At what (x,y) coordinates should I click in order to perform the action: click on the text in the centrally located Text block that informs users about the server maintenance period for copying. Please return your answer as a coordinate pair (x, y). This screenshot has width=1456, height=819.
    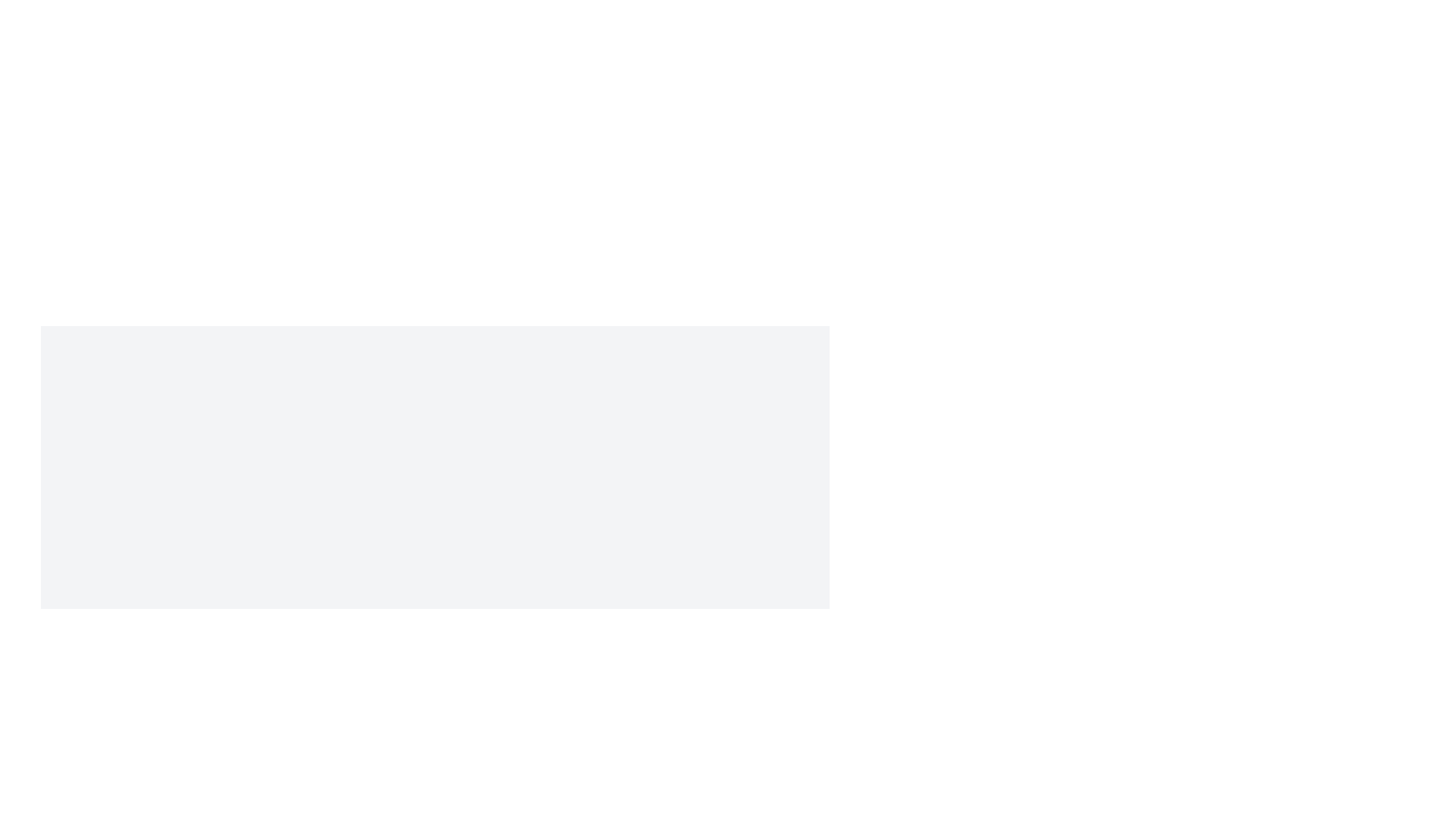
    Looking at the image, I should click on (436, 725).